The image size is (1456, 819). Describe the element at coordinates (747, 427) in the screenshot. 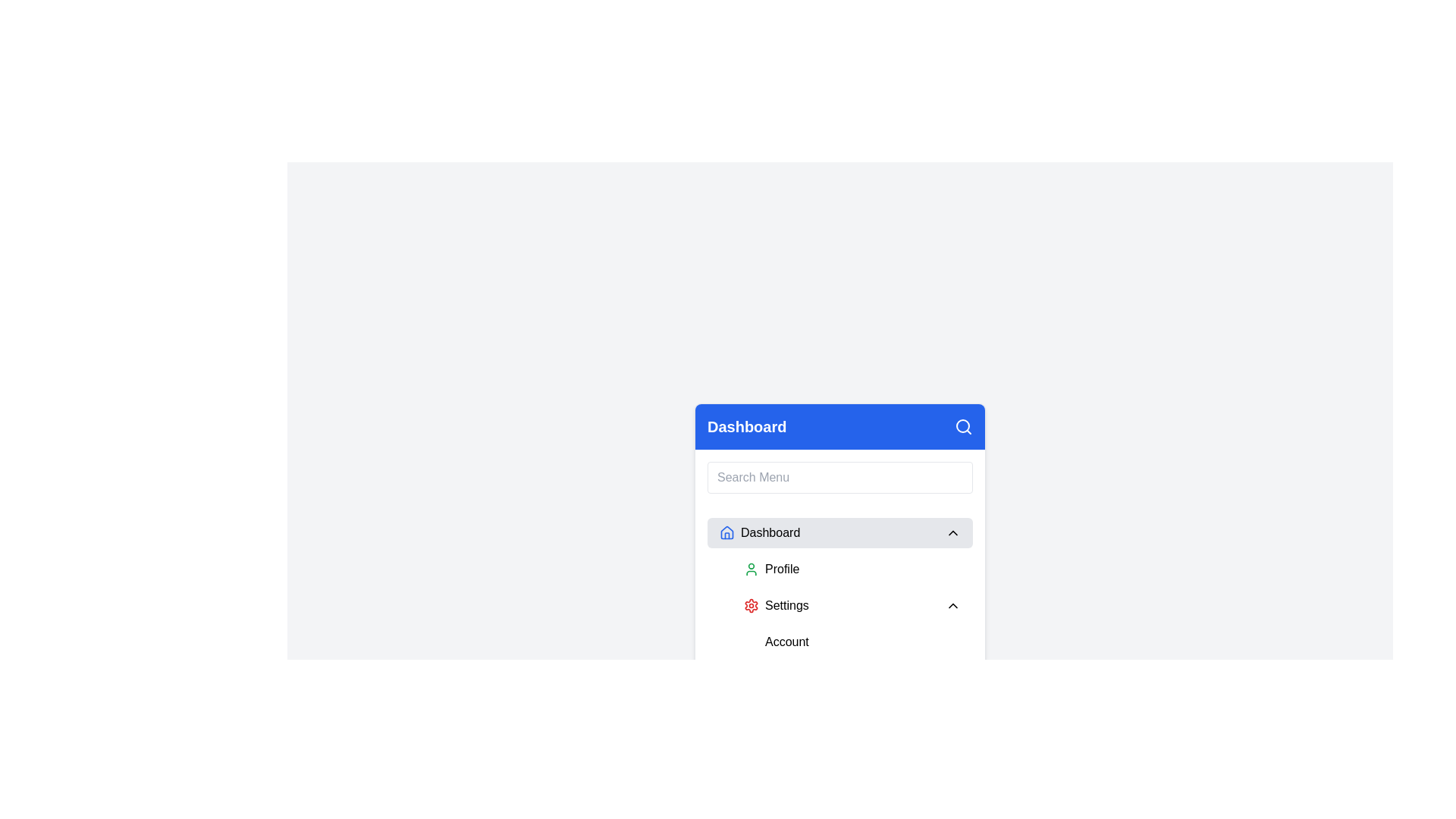

I see `the text label that represents the title or name of the current section, located in the header of the menu section with a blue background` at that location.